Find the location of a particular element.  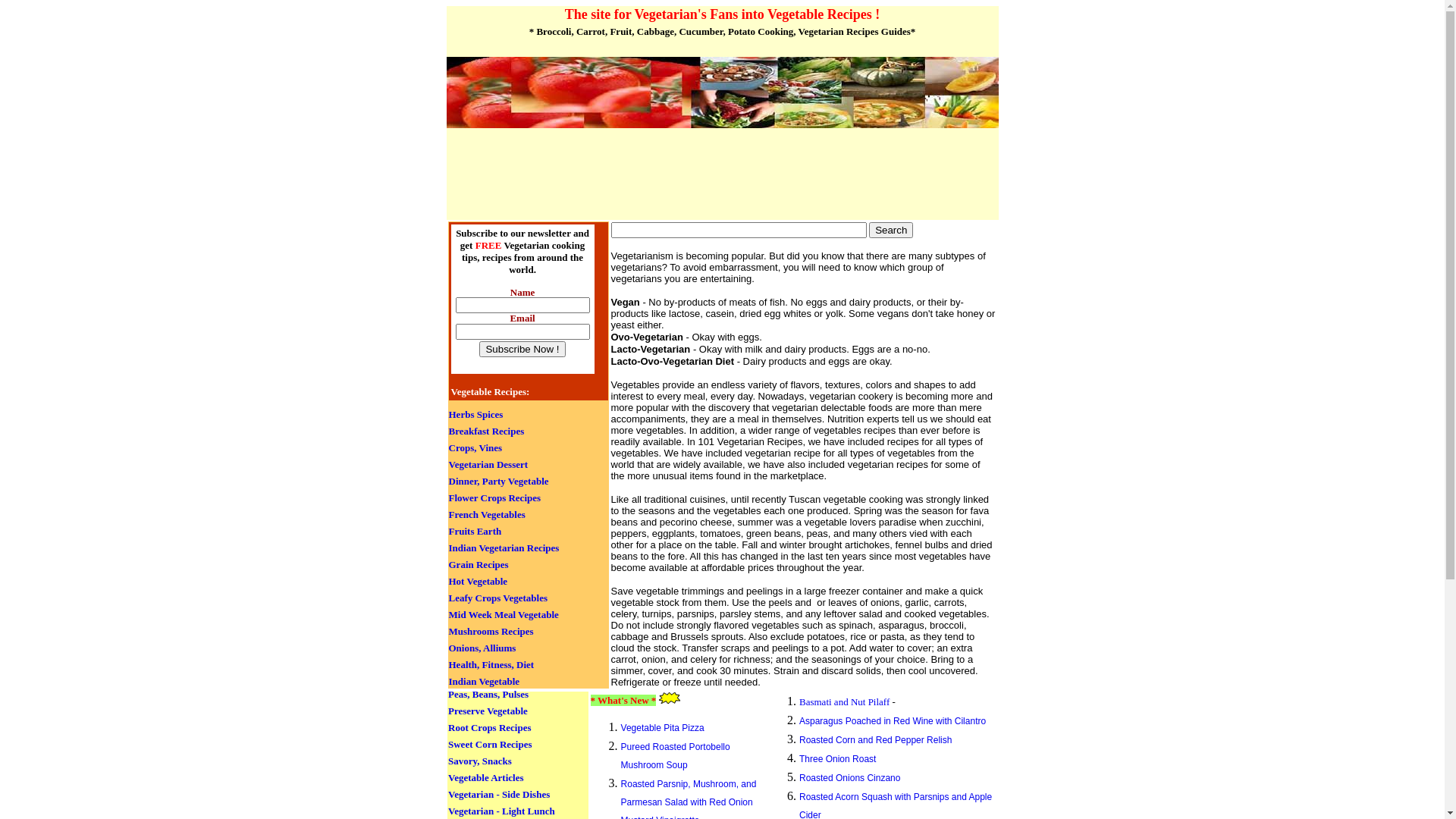

'Dinner, Party Vegetable' is located at coordinates (498, 481).